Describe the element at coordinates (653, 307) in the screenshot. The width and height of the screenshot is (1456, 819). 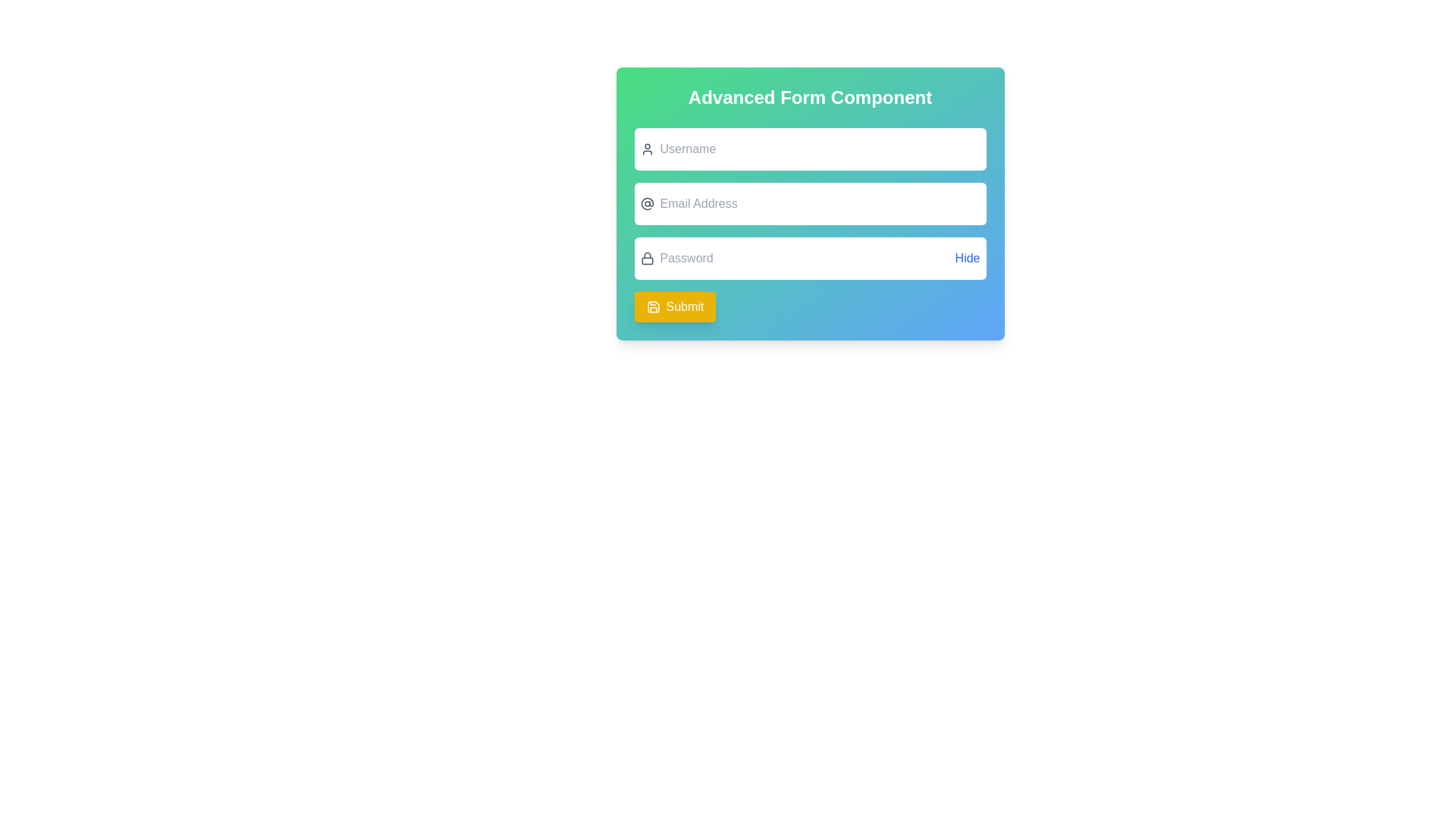
I see `the save action icon located at the center of the 'Submit' button, which is bright yellow and positioned at the bottom-left corner of the form` at that location.